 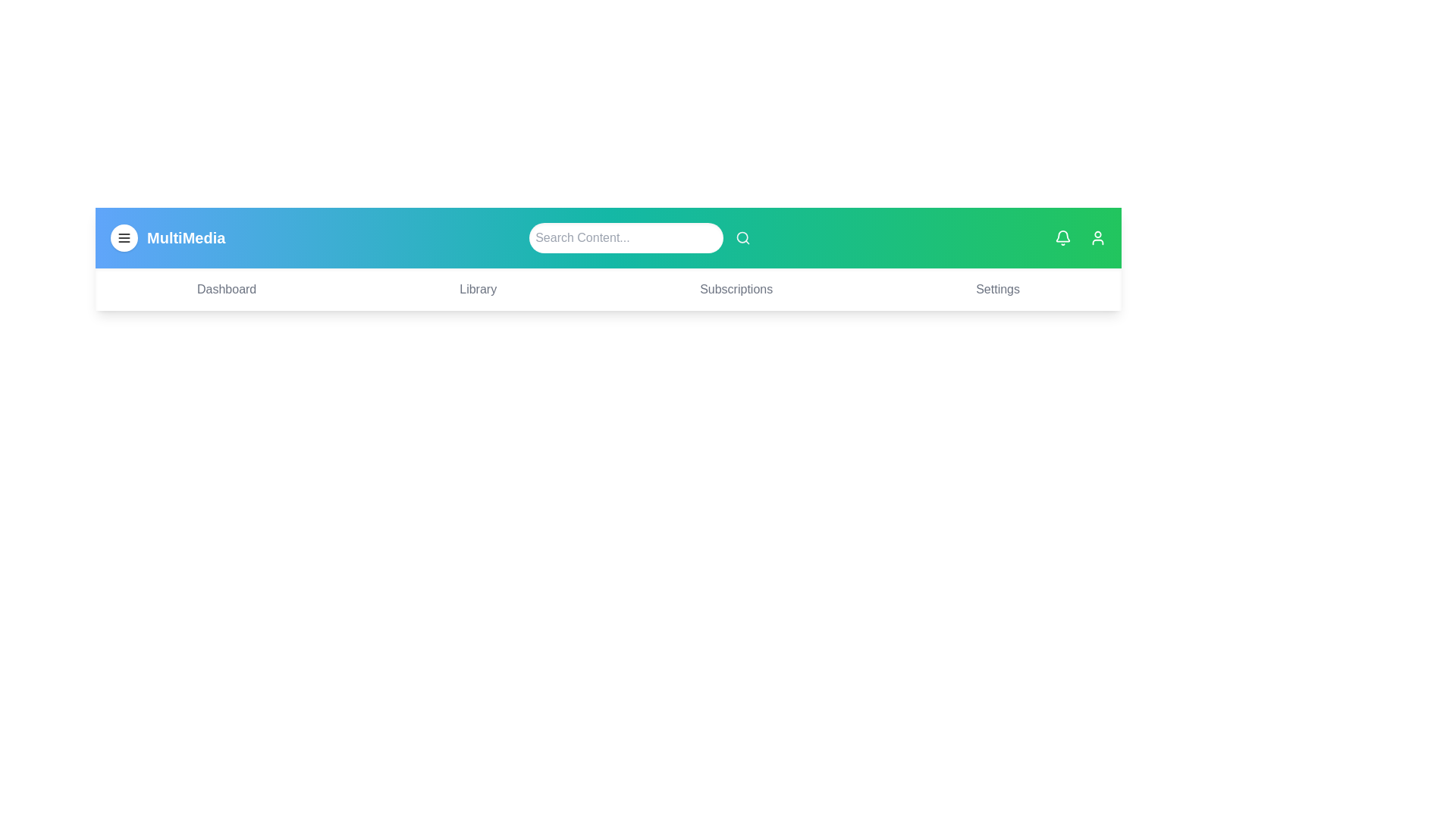 I want to click on the Settings navigation menu item, so click(x=998, y=289).